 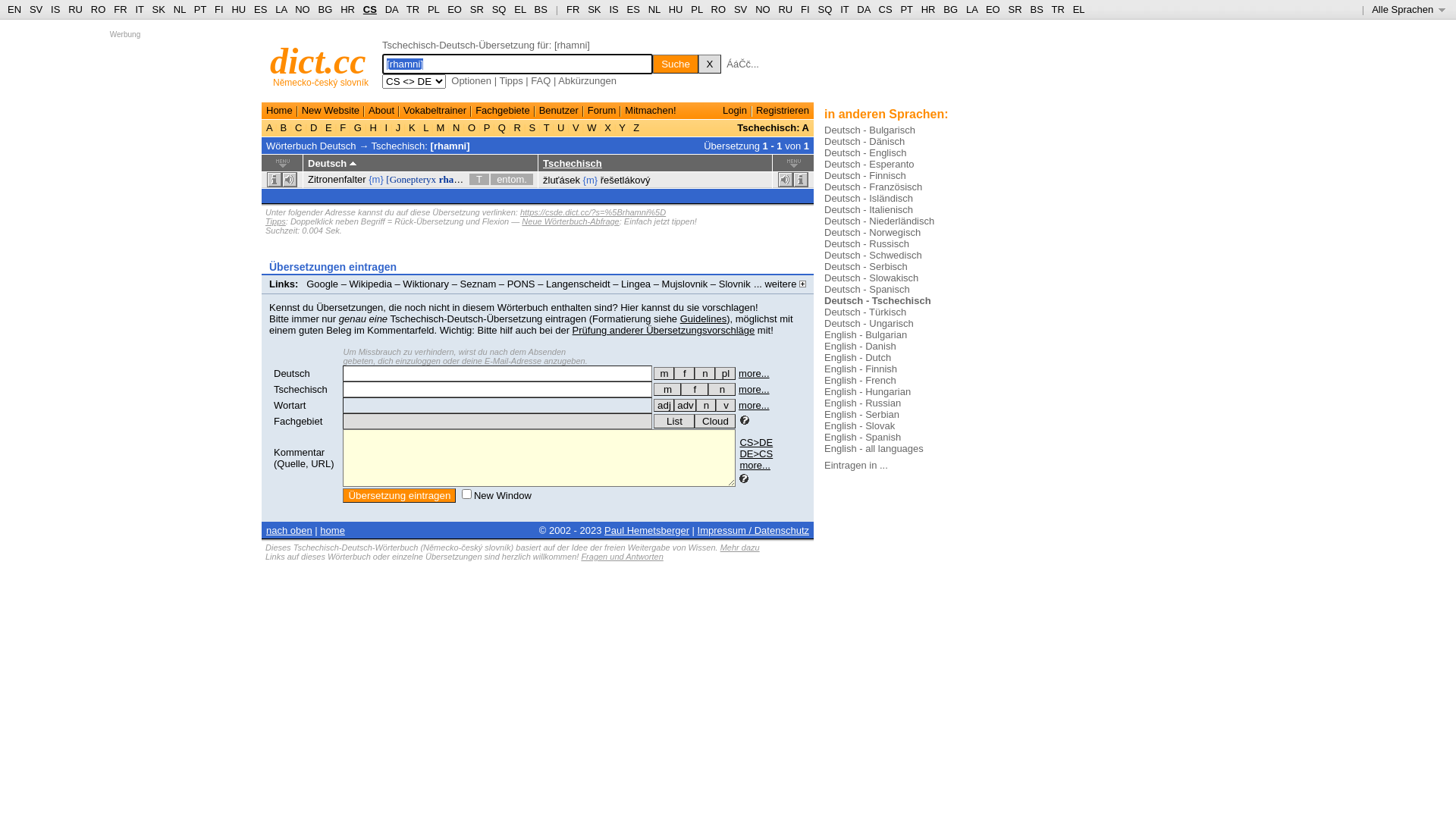 I want to click on 'CS>DE', so click(x=756, y=442).